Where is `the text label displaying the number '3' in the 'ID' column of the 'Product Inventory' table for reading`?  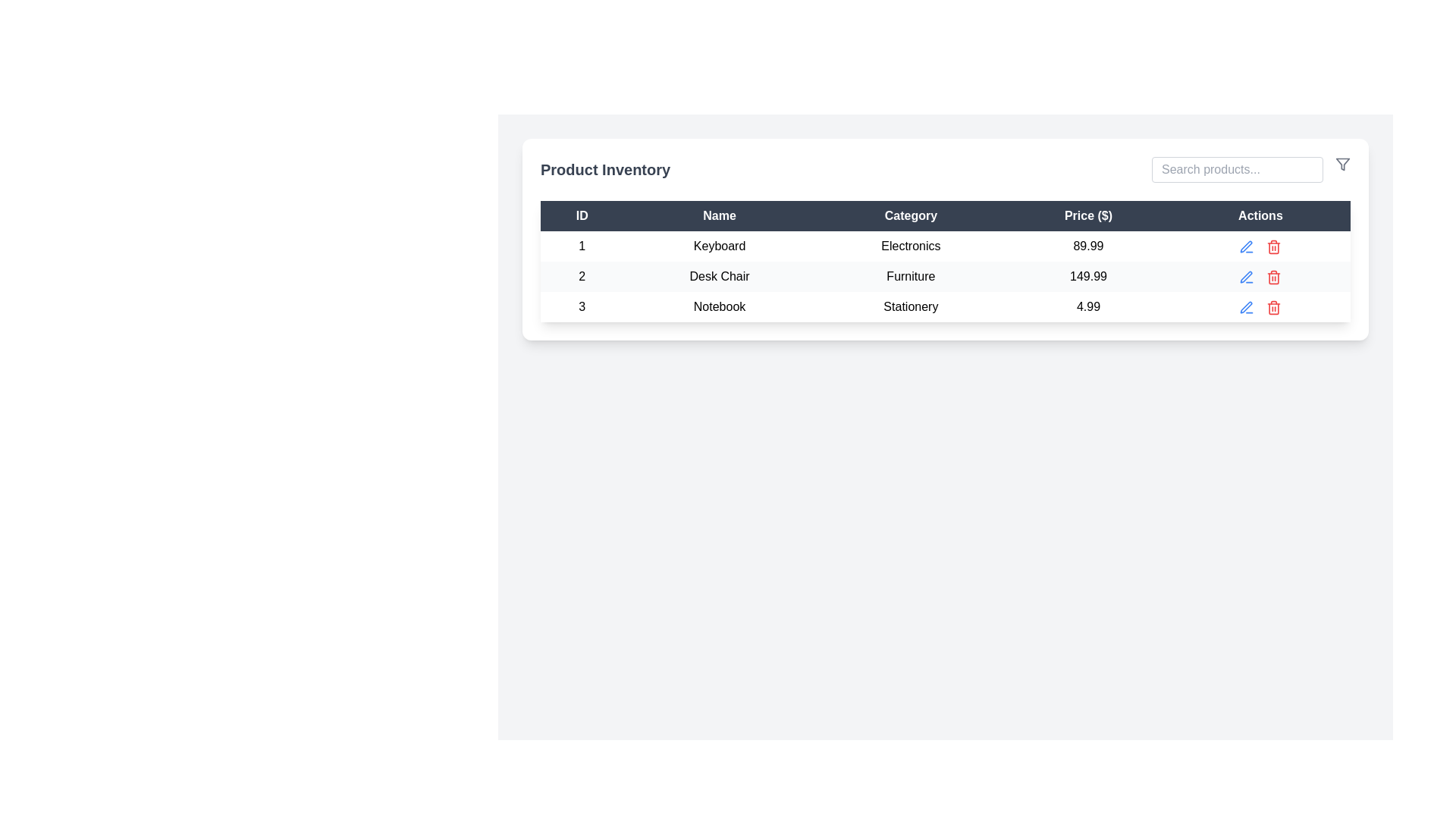
the text label displaying the number '3' in the 'ID' column of the 'Product Inventory' table for reading is located at coordinates (581, 307).